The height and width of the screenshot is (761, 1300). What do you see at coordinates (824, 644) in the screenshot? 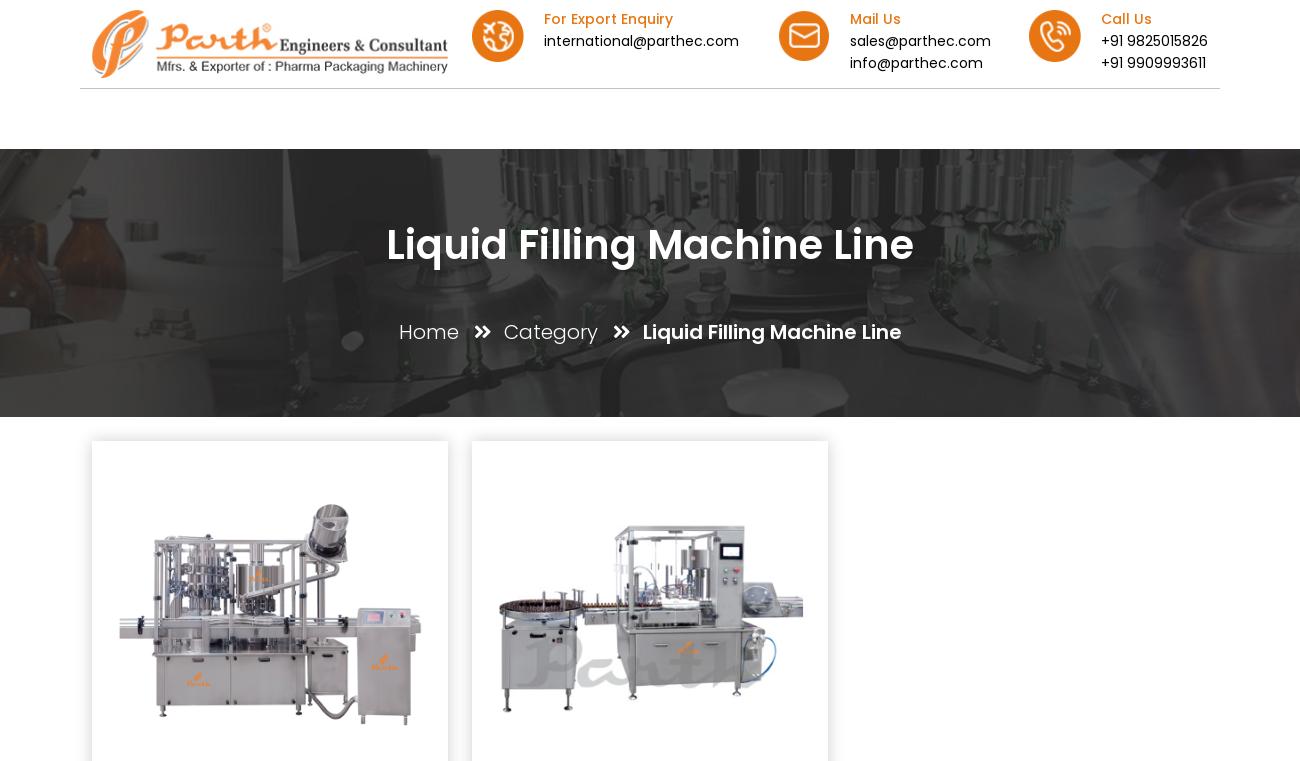
I see `'+91-9825015825'` at bounding box center [824, 644].